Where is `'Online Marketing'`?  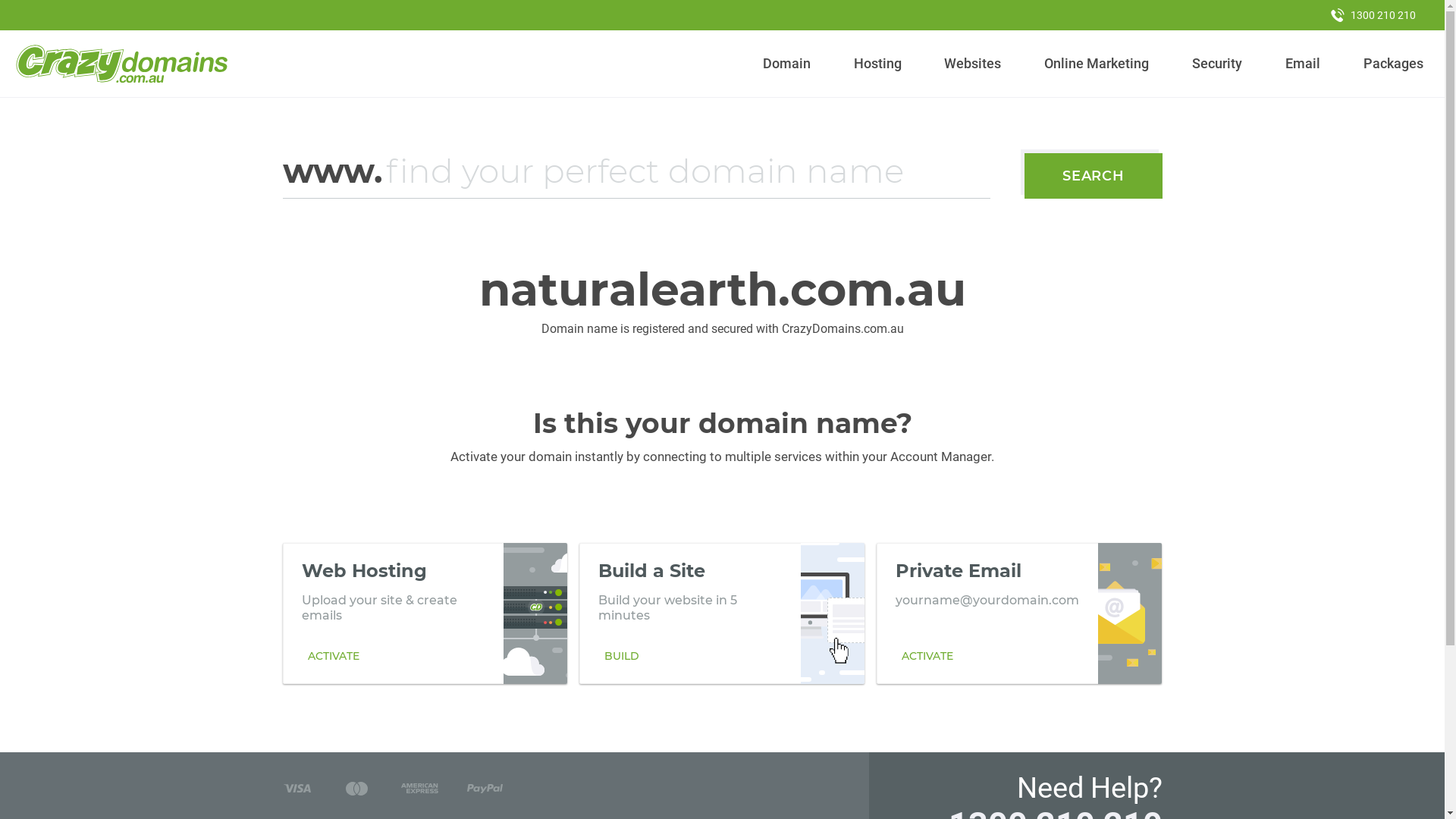
'Online Marketing' is located at coordinates (1097, 63).